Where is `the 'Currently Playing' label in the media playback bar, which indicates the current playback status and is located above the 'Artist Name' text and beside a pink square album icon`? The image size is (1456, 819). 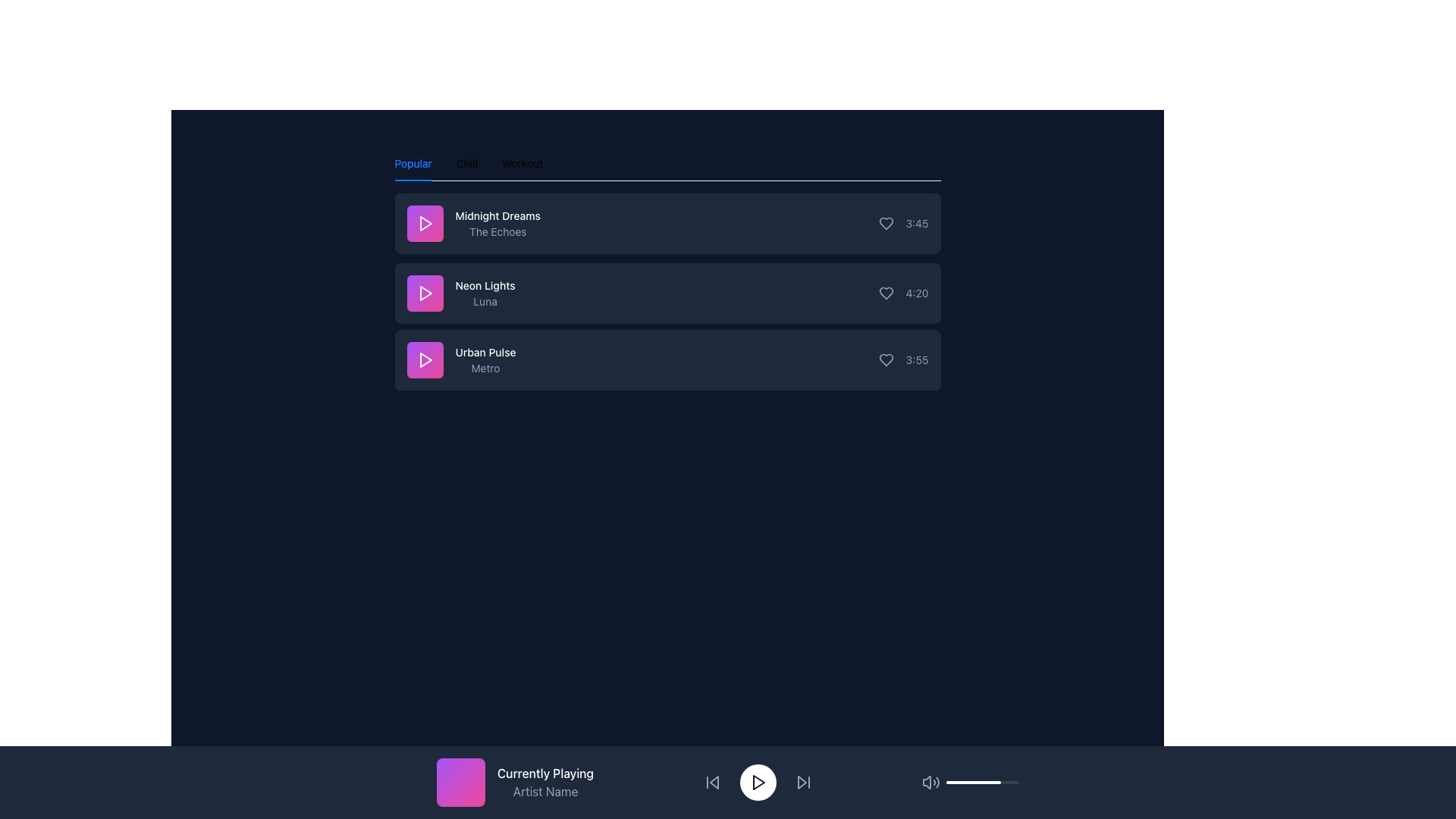
the 'Currently Playing' label in the media playback bar, which indicates the current playback status and is located above the 'Artist Name' text and beside a pink square album icon is located at coordinates (545, 773).